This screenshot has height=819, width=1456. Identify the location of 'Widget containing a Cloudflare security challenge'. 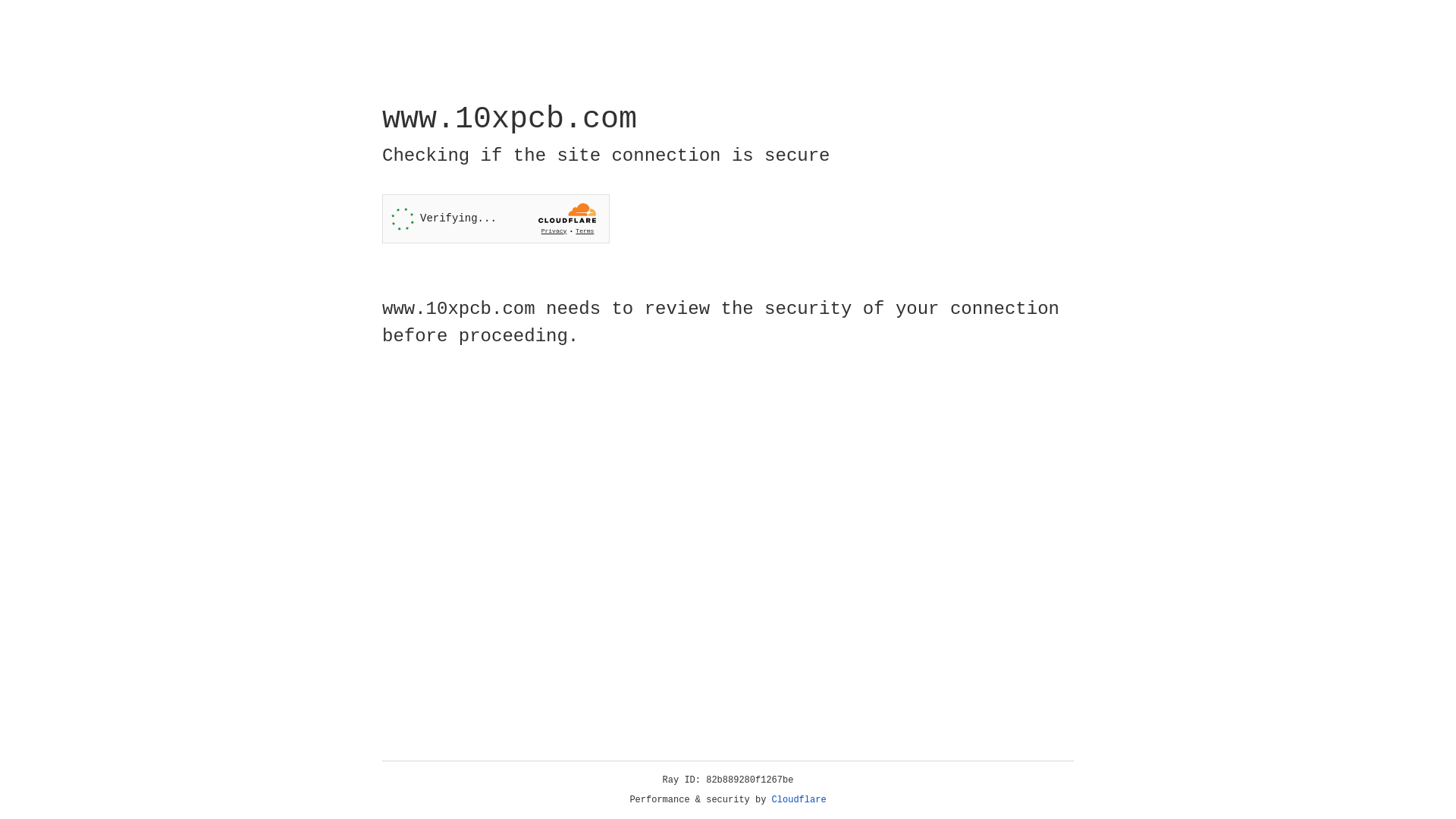
(495, 218).